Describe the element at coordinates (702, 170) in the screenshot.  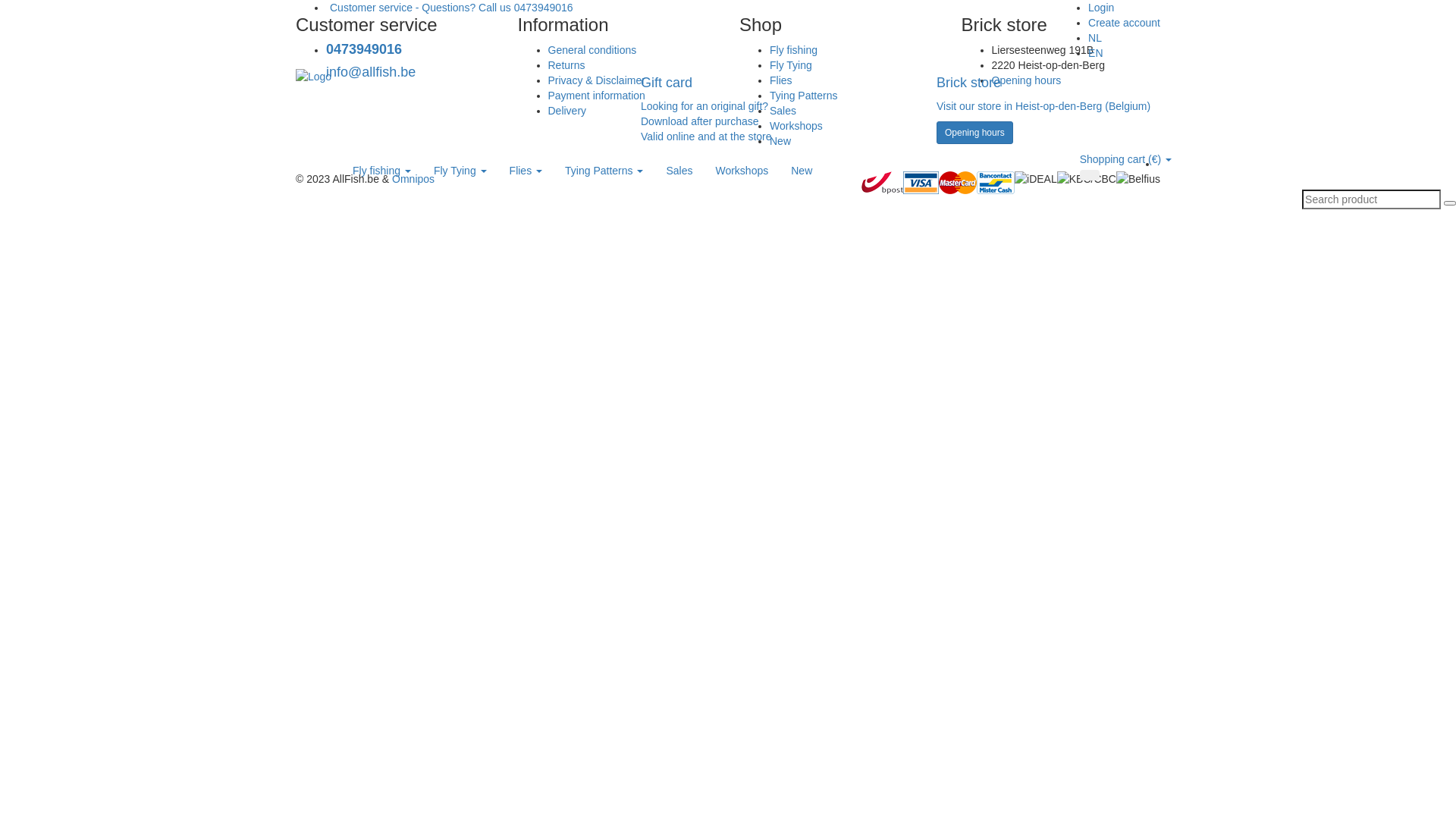
I see `'Workshops'` at that location.